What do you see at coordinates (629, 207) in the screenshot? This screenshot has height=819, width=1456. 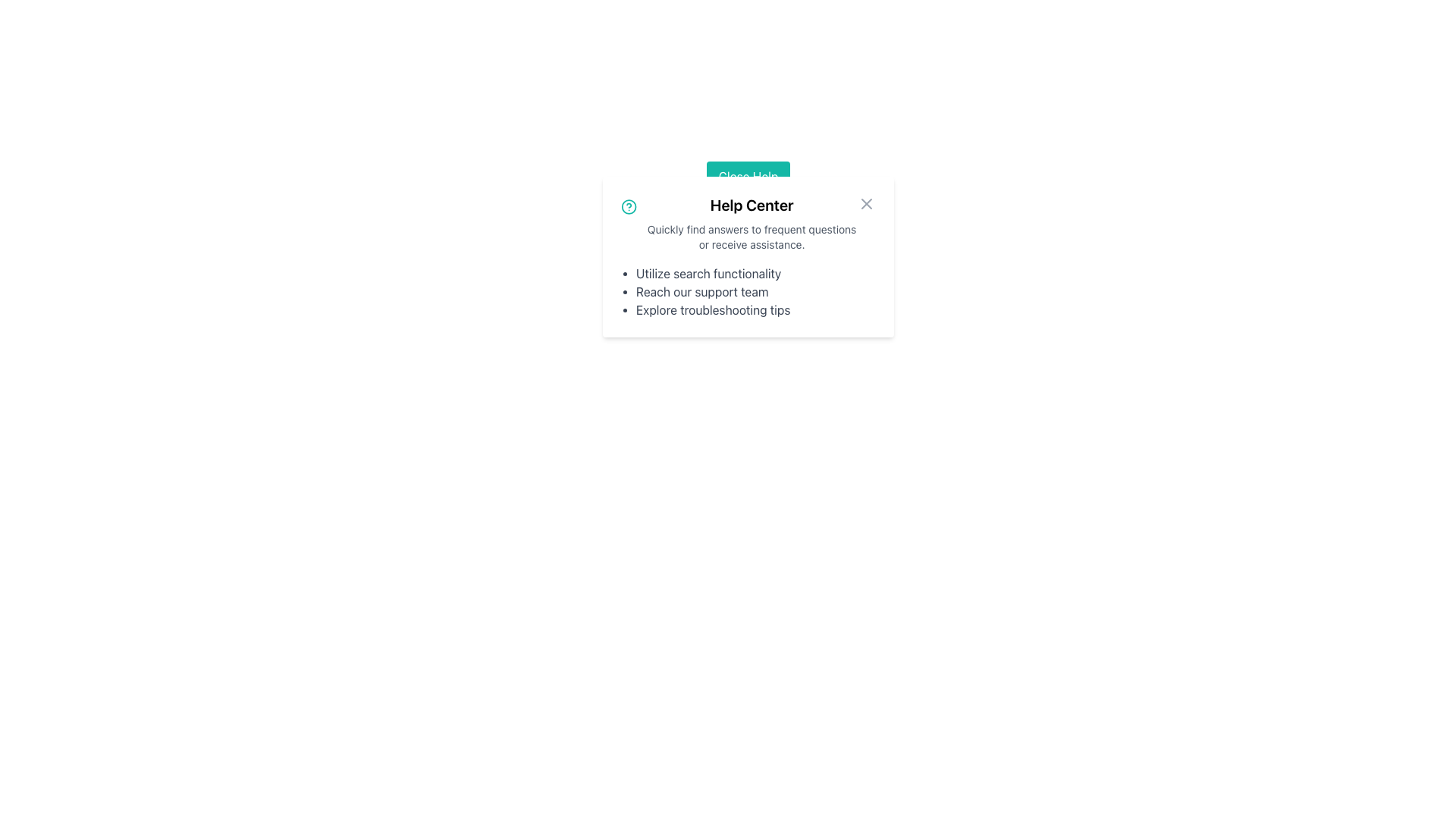 I see `the teal circular 'help' icon with a question mark symbol, located to the left of the 'Help Center' title` at bounding box center [629, 207].